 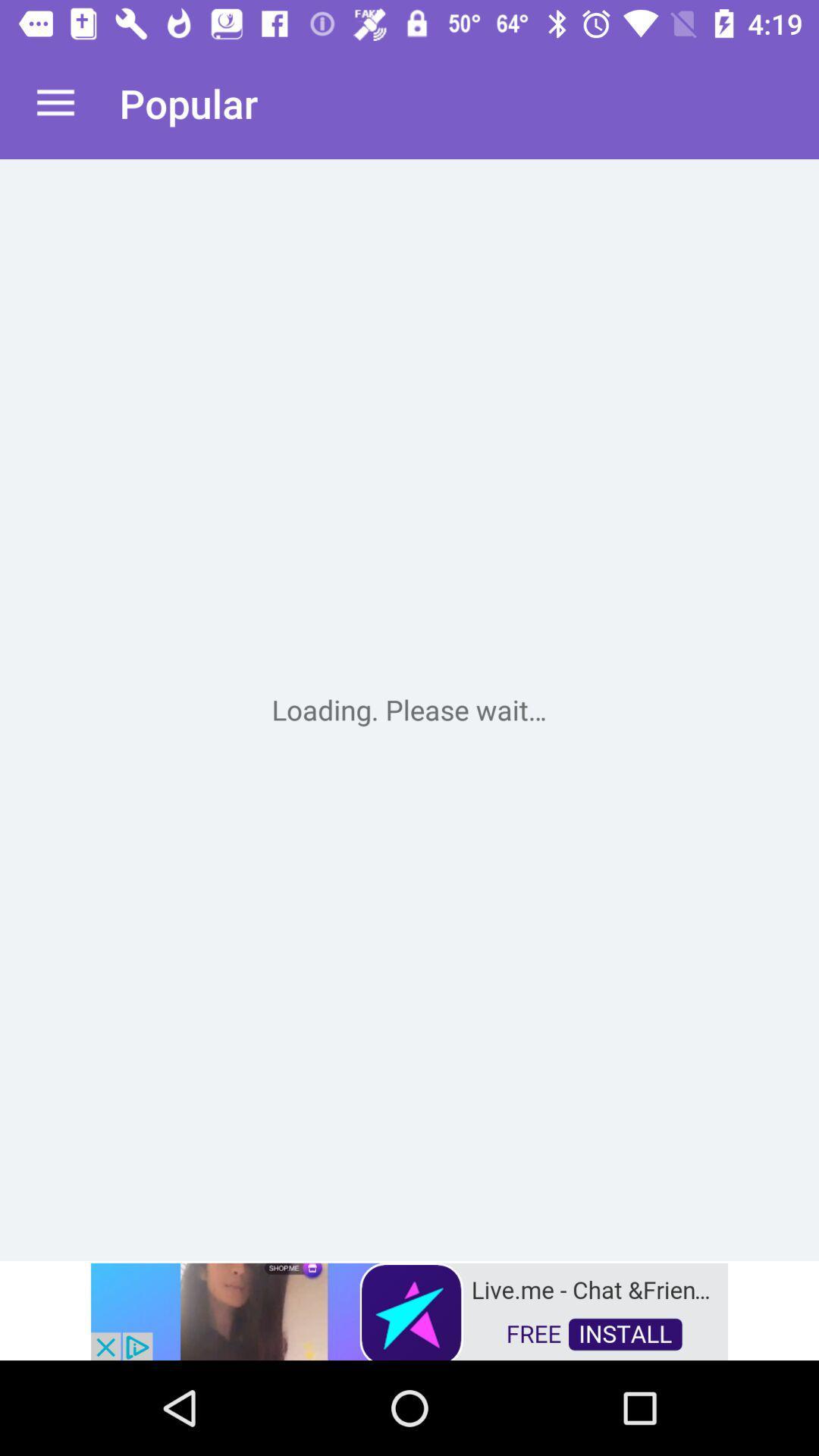 What do you see at coordinates (409, 709) in the screenshot?
I see `click open` at bounding box center [409, 709].